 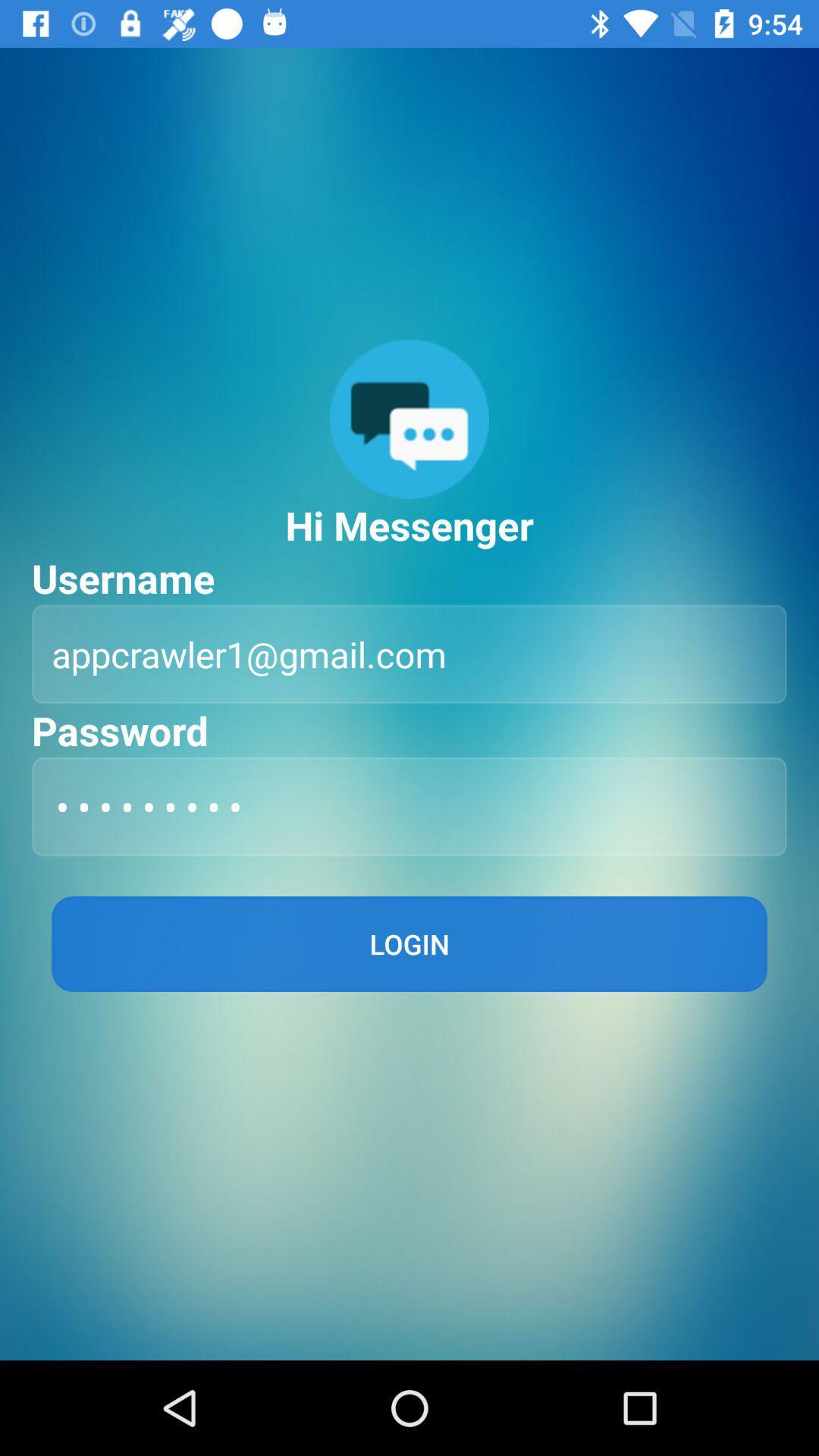 What do you see at coordinates (409, 654) in the screenshot?
I see `appcrawler1@gmail.com item` at bounding box center [409, 654].